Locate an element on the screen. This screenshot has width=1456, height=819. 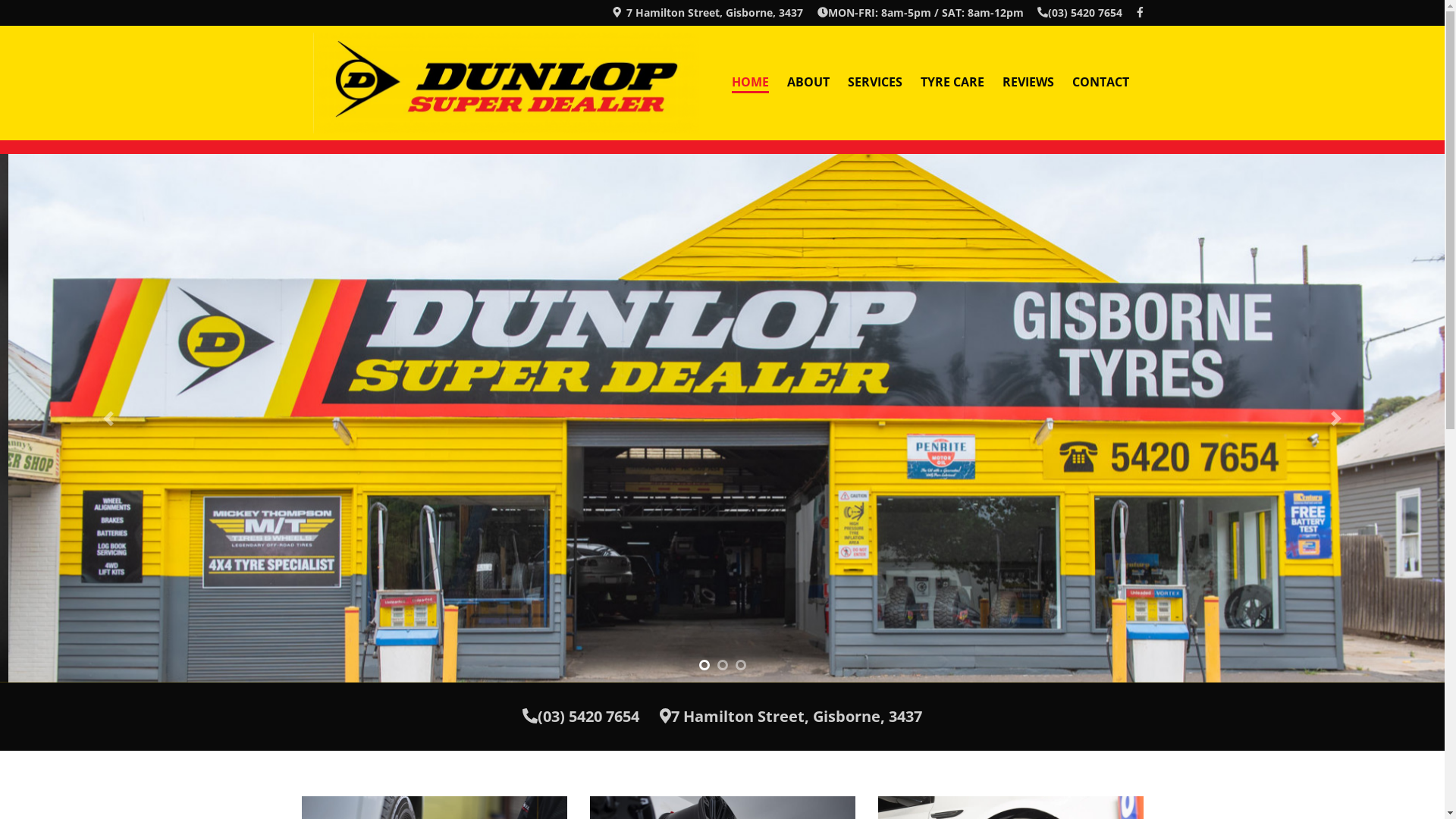
'HOME' is located at coordinates (749, 83).